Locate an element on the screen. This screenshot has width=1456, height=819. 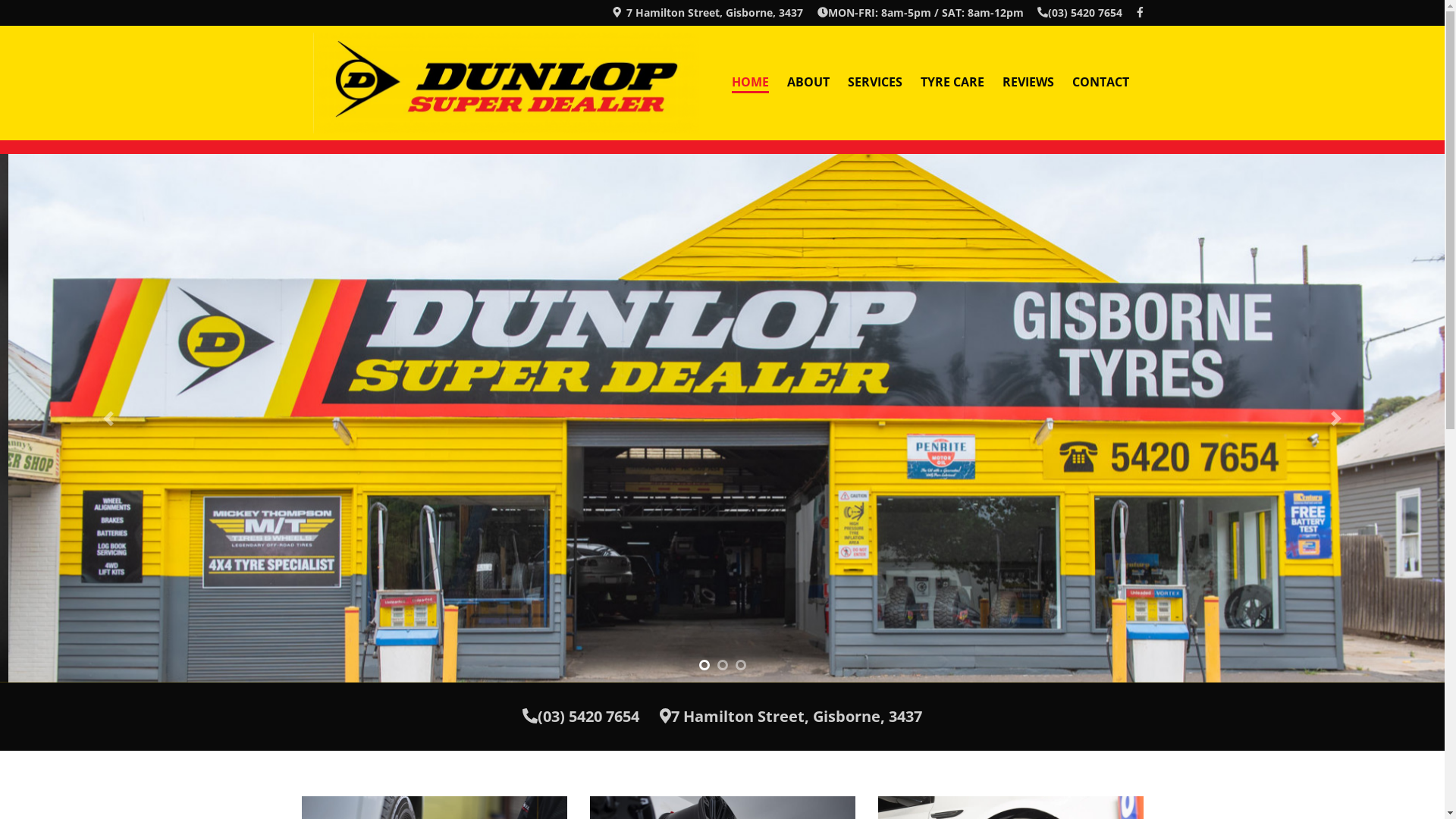
'HOME' is located at coordinates (749, 83).